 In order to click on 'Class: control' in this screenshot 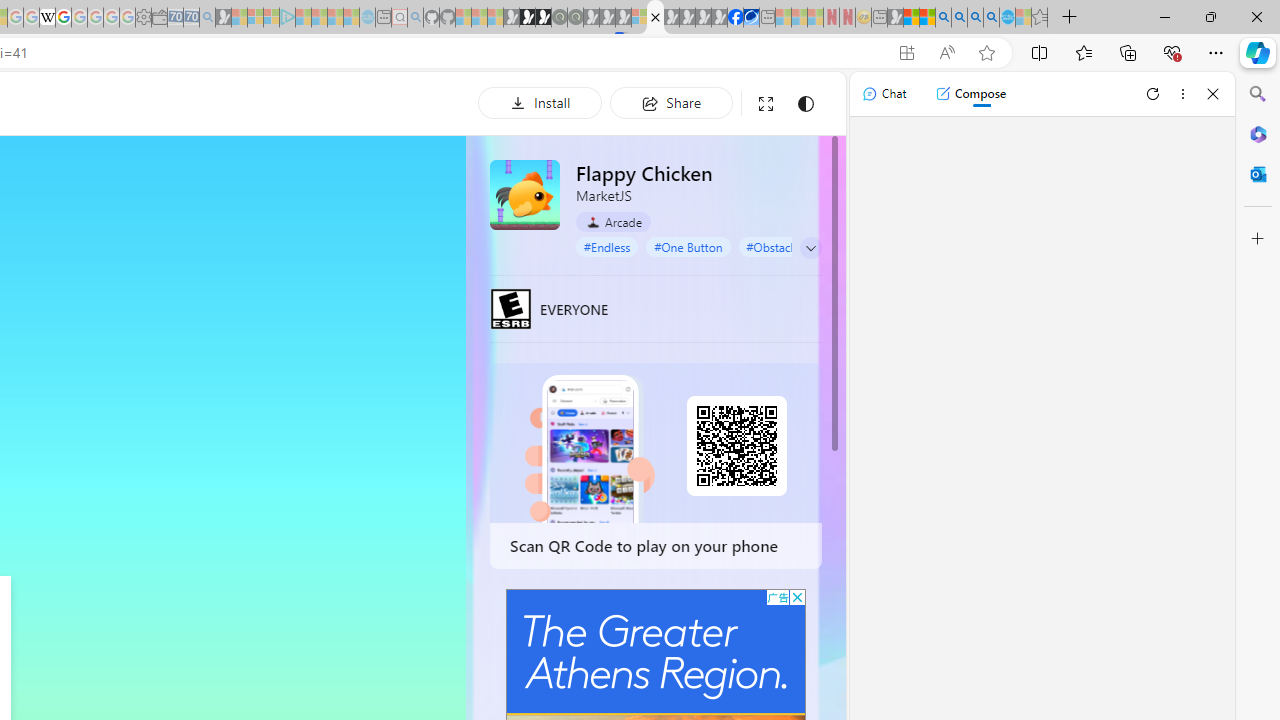, I will do `click(811, 247)`.